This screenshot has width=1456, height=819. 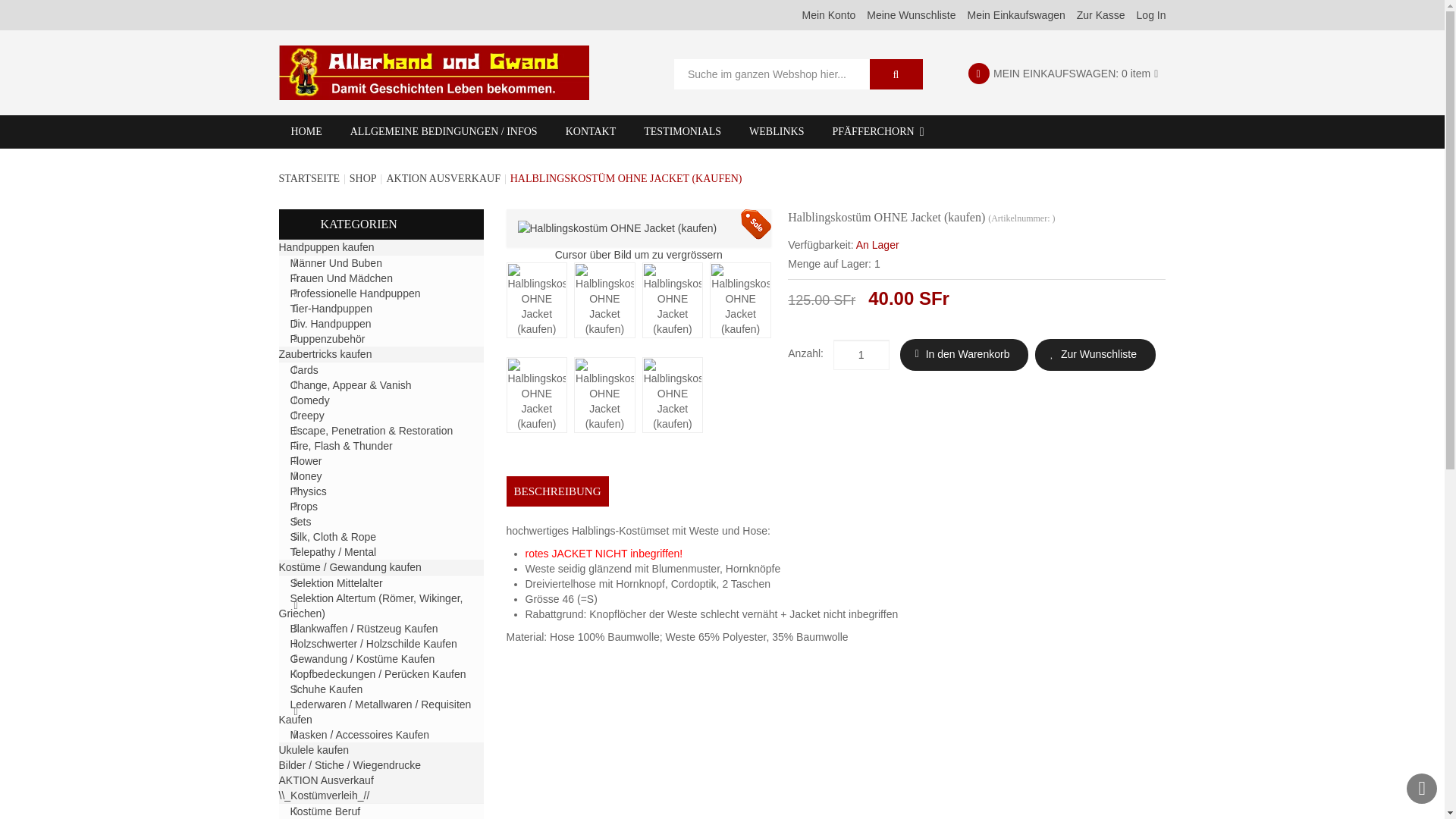 What do you see at coordinates (303, 370) in the screenshot?
I see `'Cards'` at bounding box center [303, 370].